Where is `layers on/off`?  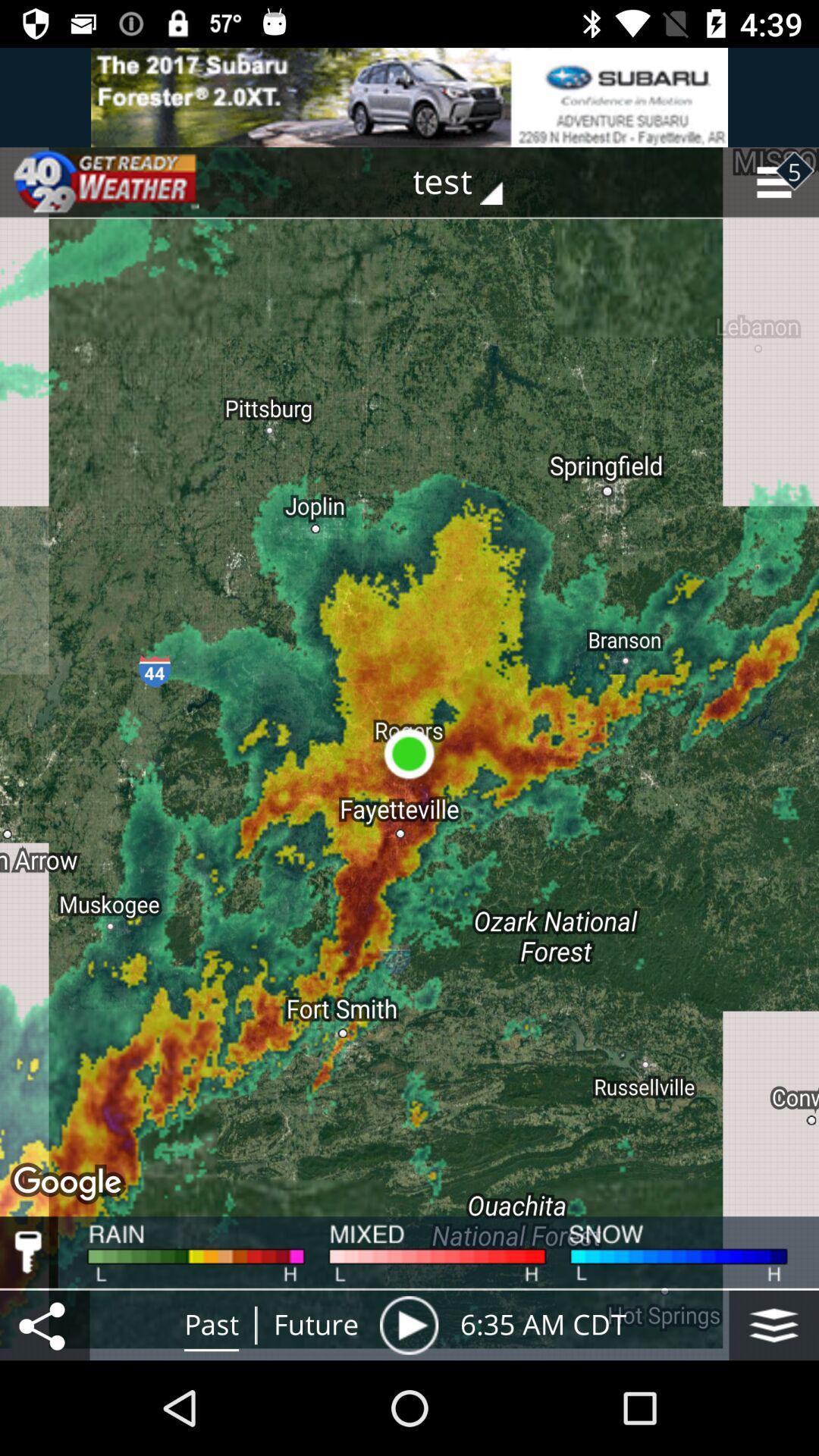
layers on/off is located at coordinates (773, 1324).